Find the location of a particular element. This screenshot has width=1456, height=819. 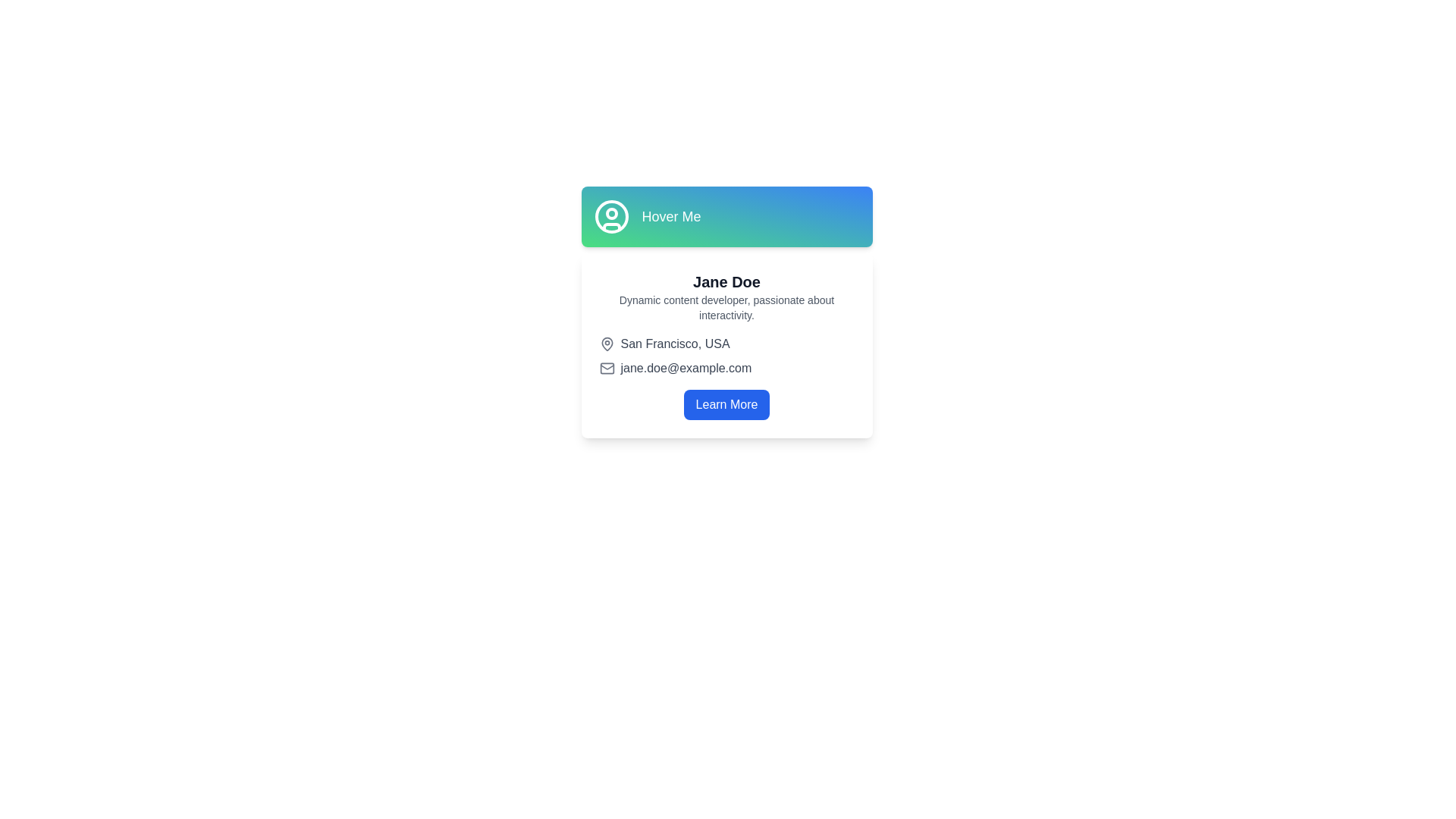

the button located at the bottom of the card describing 'Jane Doe' is located at coordinates (726, 403).